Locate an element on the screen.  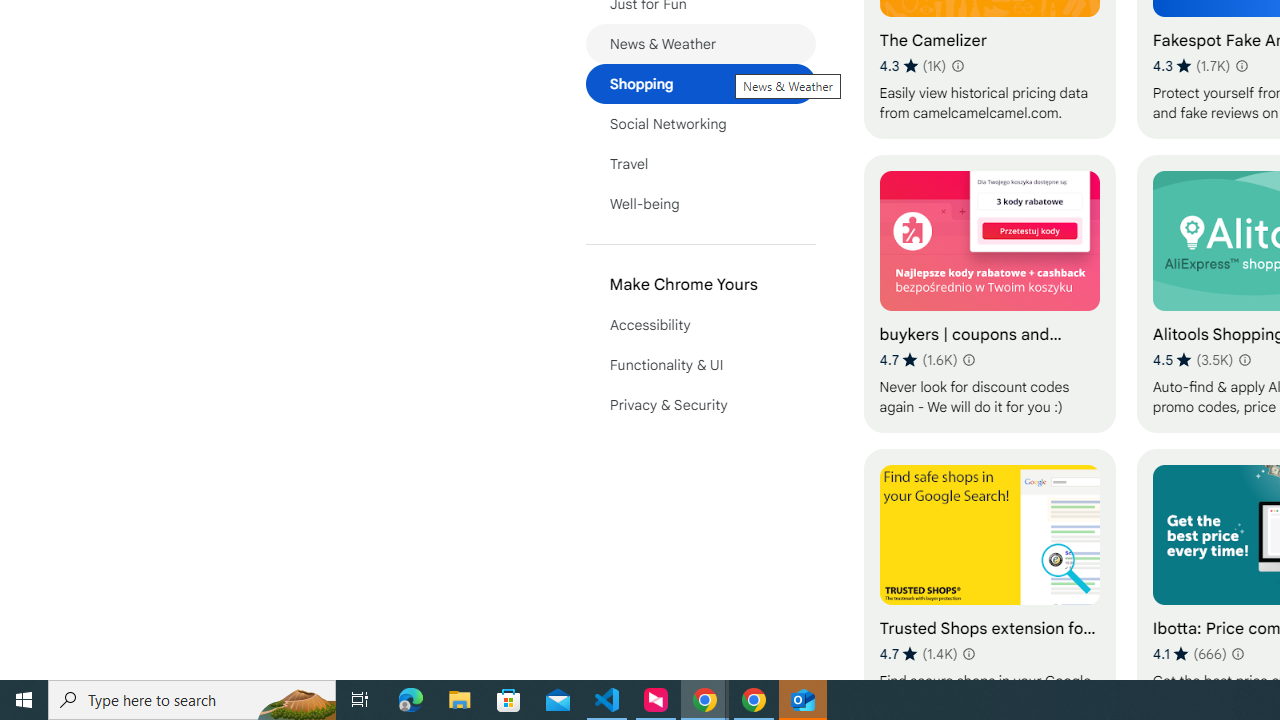
'Average rating 4.7 out of 5 stars. 1.4K ratings.' is located at coordinates (917, 653).